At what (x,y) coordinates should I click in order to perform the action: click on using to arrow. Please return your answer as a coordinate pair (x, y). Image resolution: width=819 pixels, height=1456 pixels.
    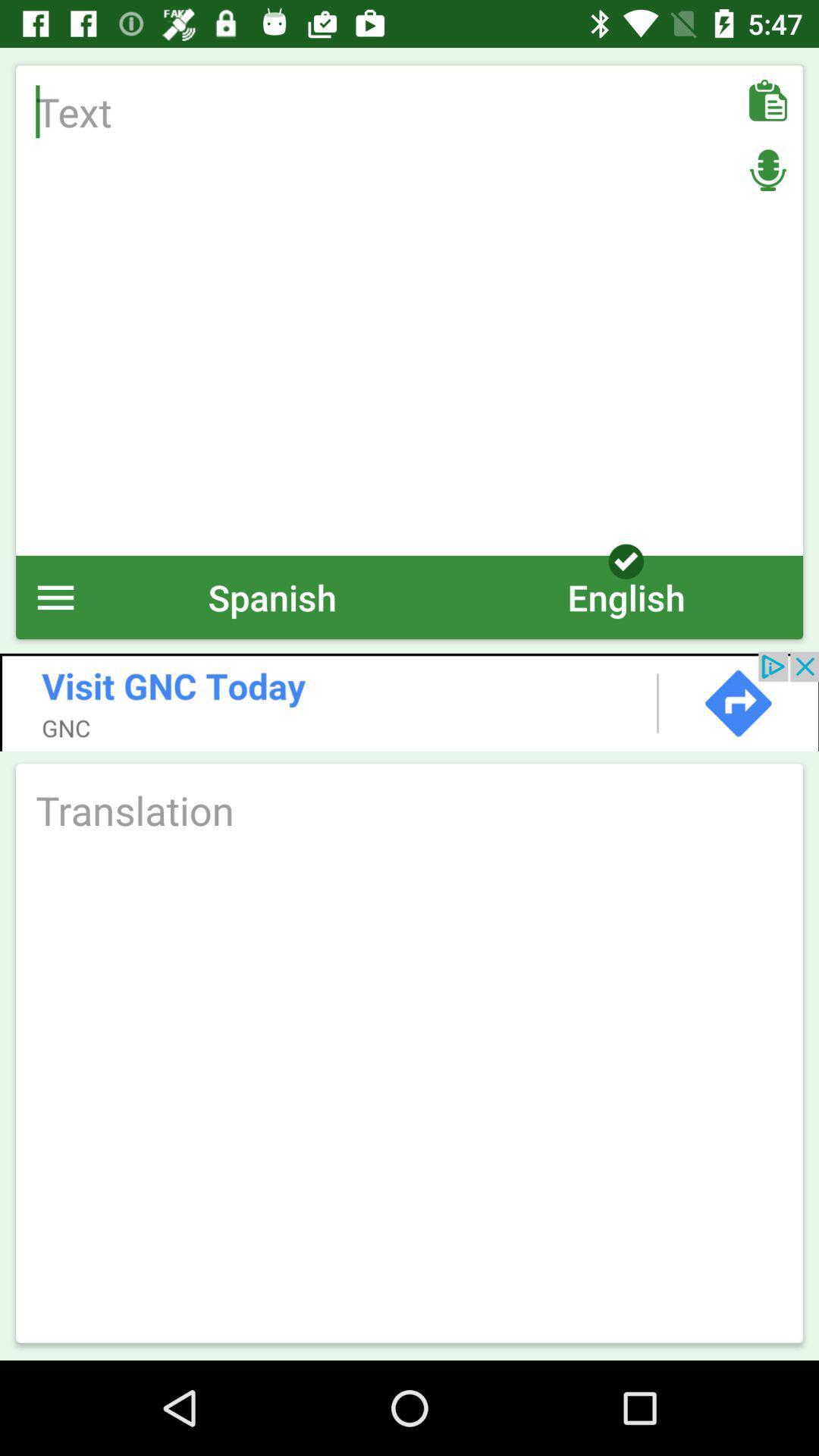
    Looking at the image, I should click on (409, 701).